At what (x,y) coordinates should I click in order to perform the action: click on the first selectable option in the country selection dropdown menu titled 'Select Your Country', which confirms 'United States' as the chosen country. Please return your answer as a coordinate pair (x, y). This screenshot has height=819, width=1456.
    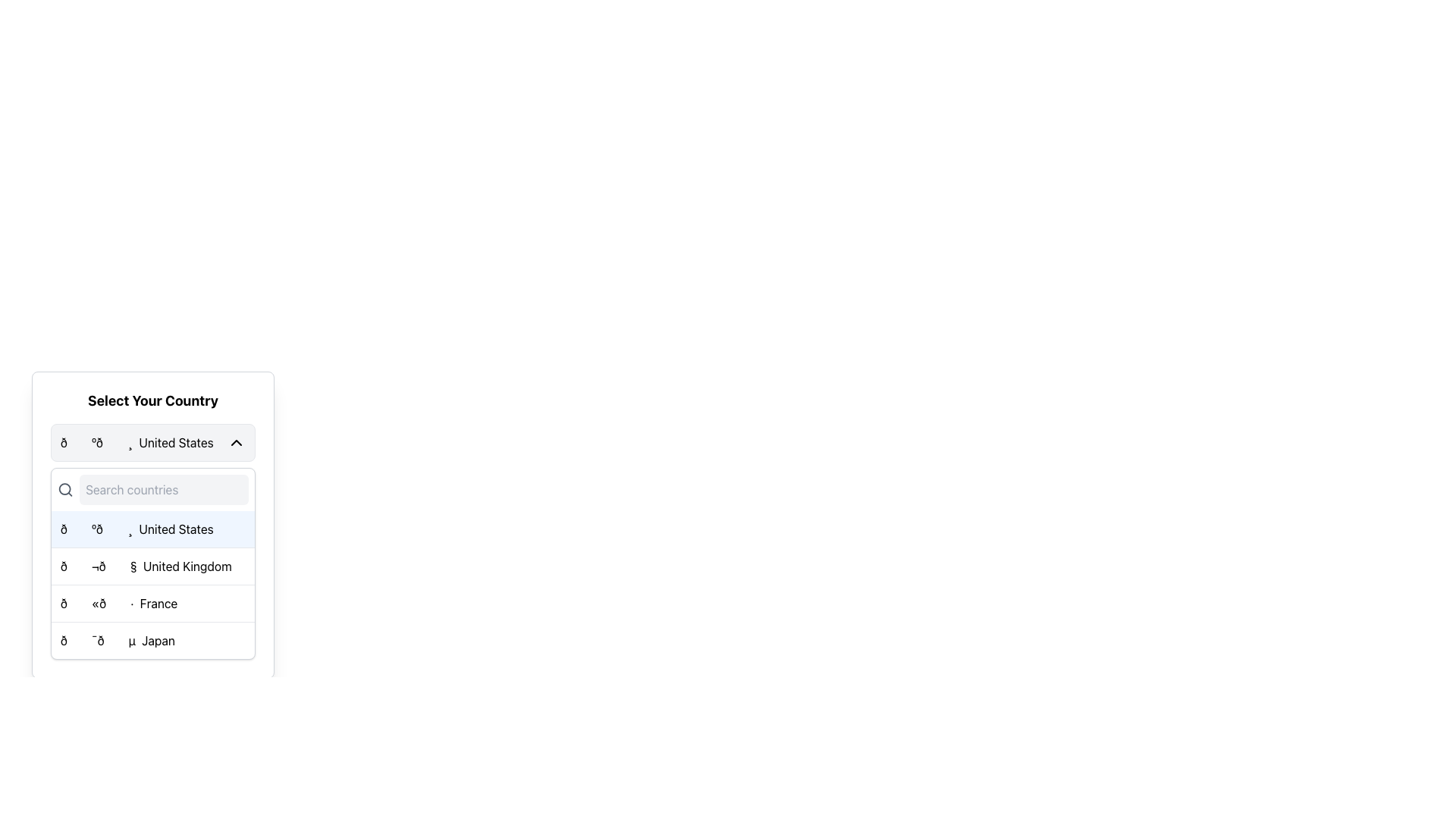
    Looking at the image, I should click on (152, 529).